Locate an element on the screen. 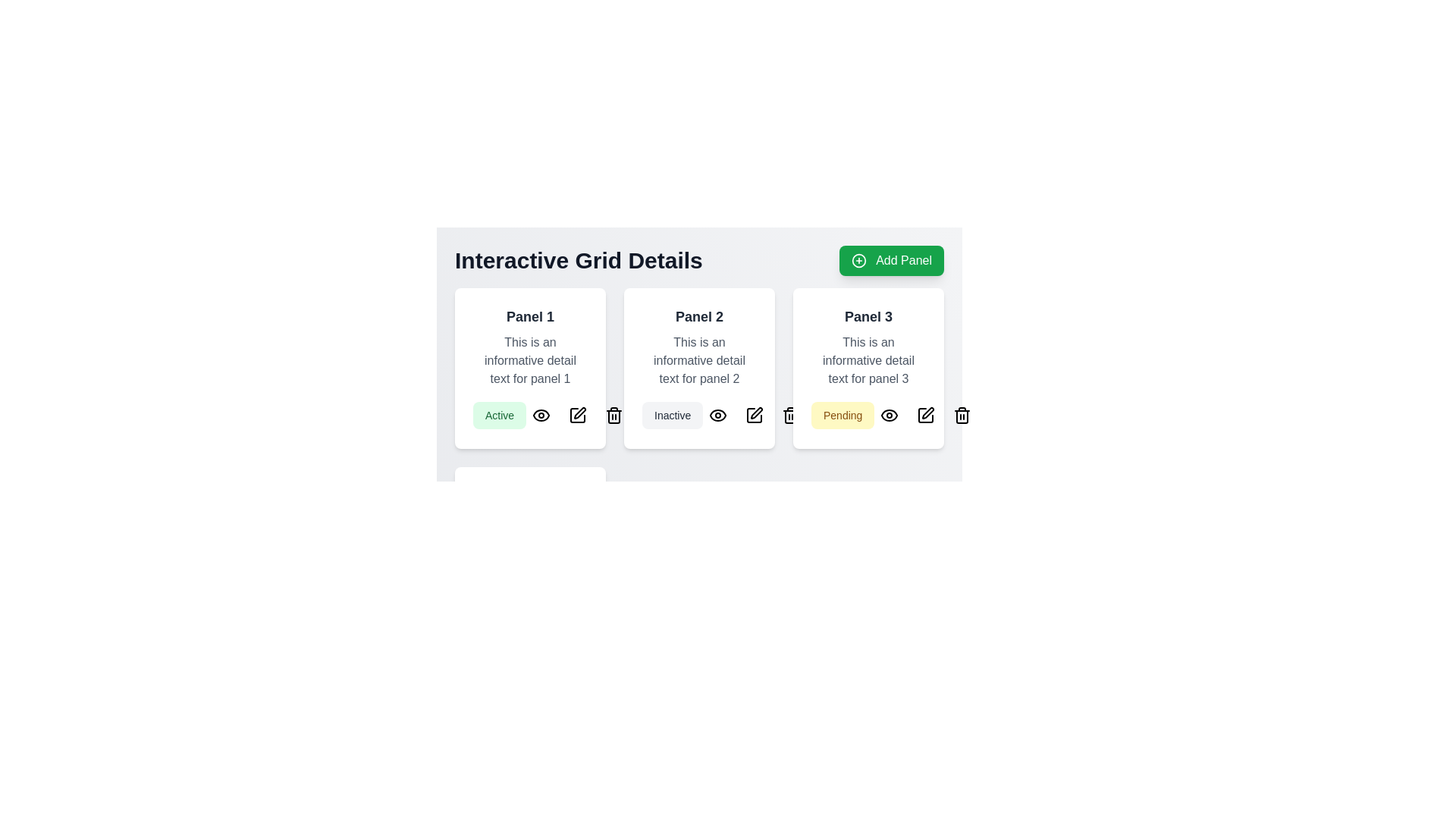 This screenshot has height=819, width=1456. the eye icon representing the visibility function under 'Panel 2' is located at coordinates (717, 415).